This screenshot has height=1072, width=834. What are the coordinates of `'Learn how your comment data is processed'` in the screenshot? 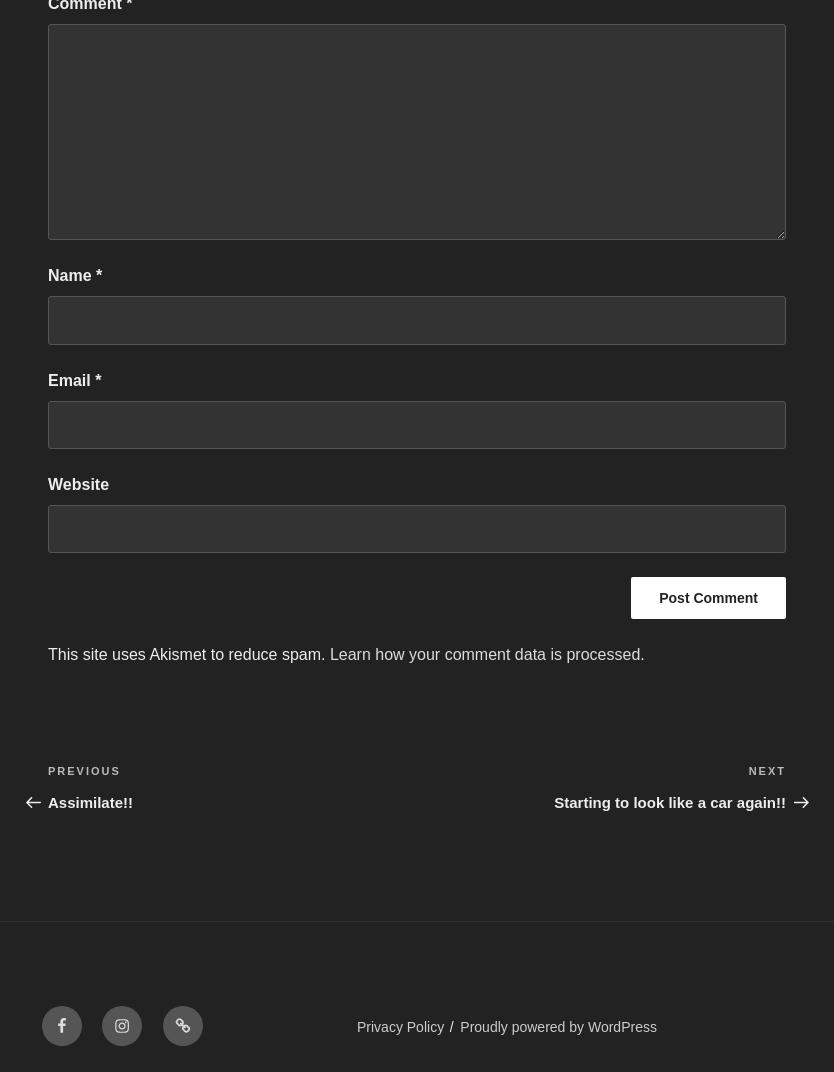 It's located at (484, 654).